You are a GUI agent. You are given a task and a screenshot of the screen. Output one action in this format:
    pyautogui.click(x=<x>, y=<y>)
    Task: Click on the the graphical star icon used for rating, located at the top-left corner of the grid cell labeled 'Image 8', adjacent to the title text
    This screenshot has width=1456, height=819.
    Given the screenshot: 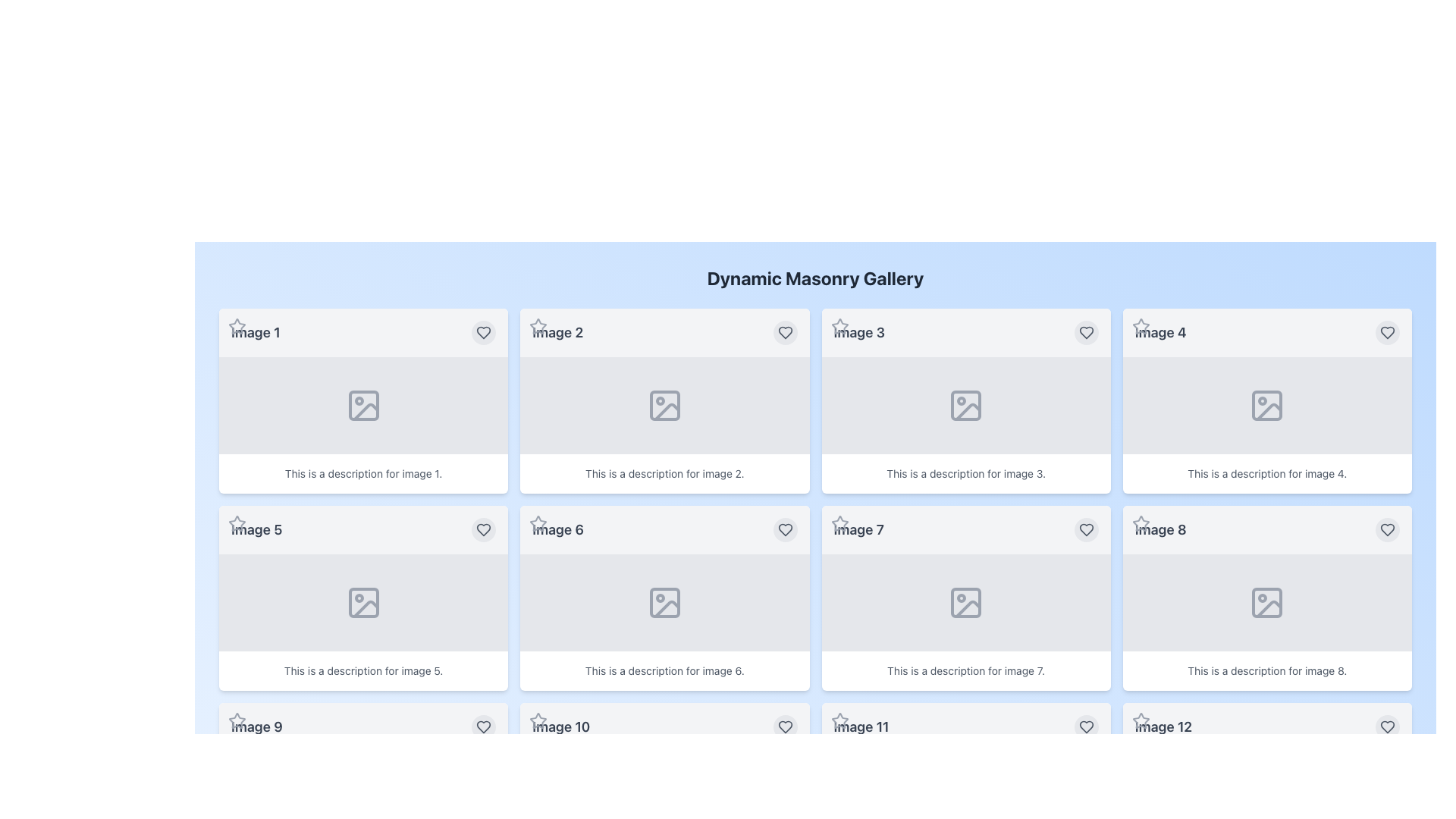 What is the action you would take?
    pyautogui.click(x=1141, y=522)
    